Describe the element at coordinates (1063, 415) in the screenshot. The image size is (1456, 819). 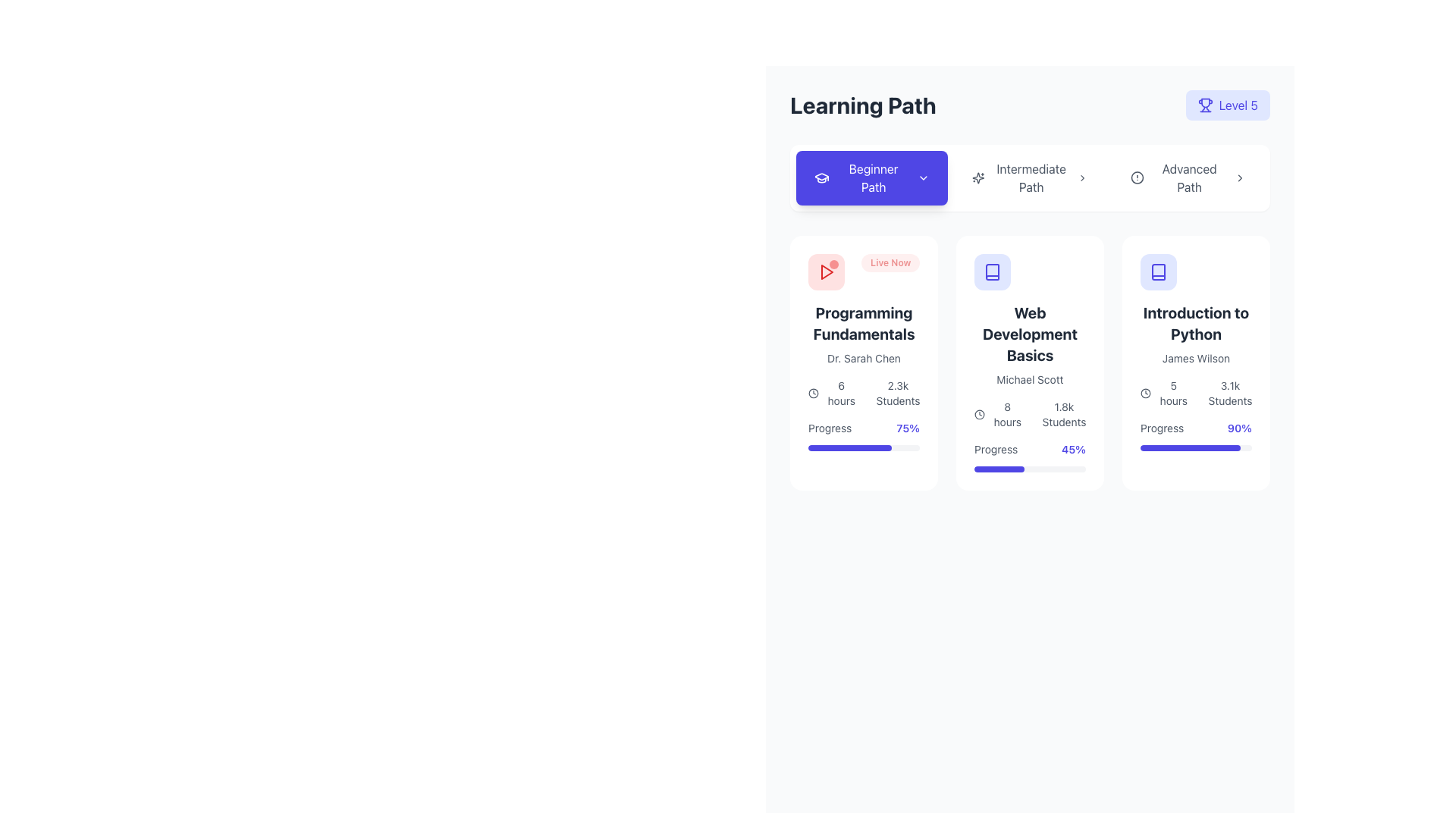
I see `the text display element that shows the count of students enrolled in the 'Web Development Basics' course, located beneath the course title in the second card of a three-card layout` at that location.